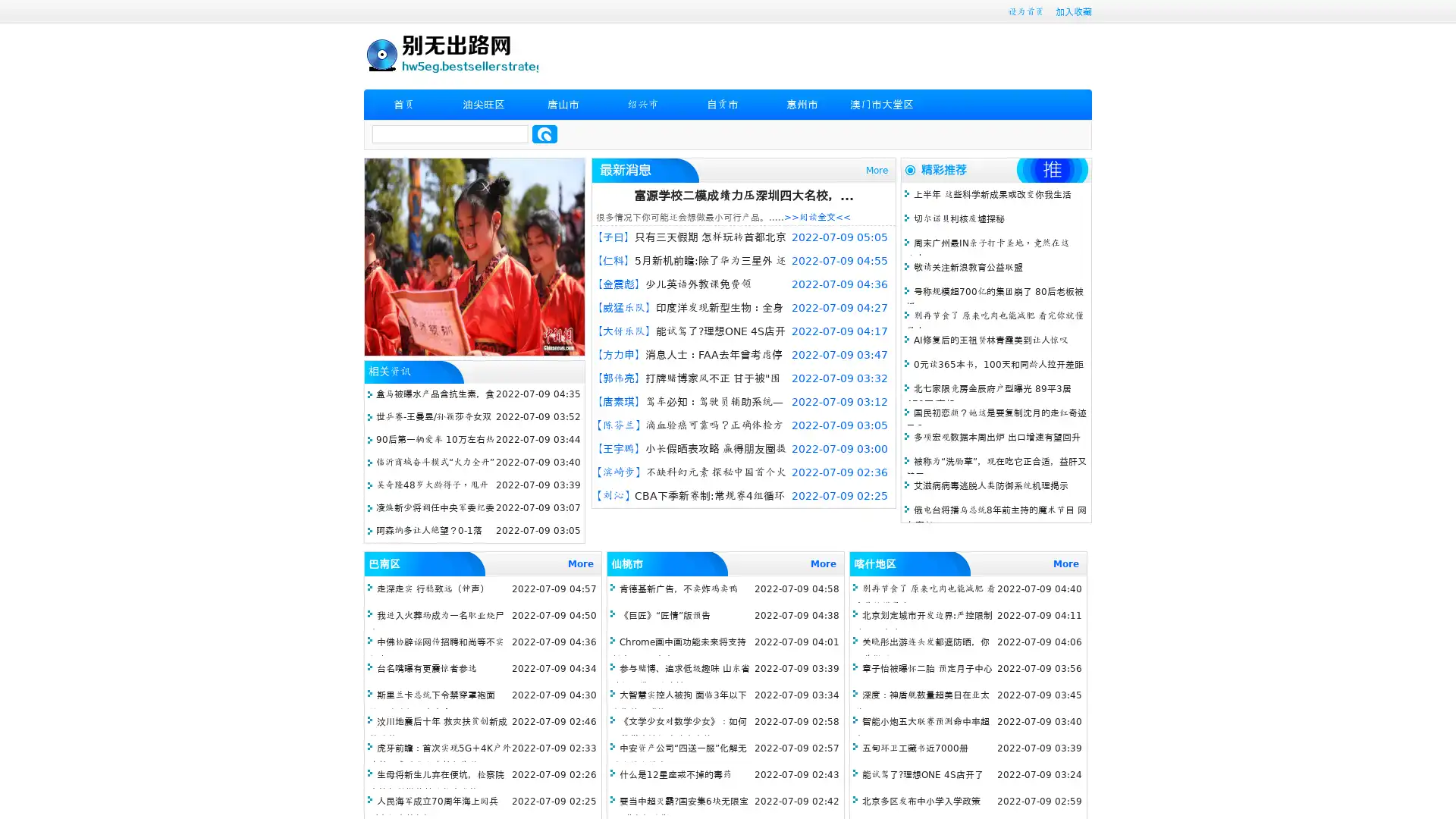 The image size is (1456, 819). I want to click on Search, so click(544, 133).